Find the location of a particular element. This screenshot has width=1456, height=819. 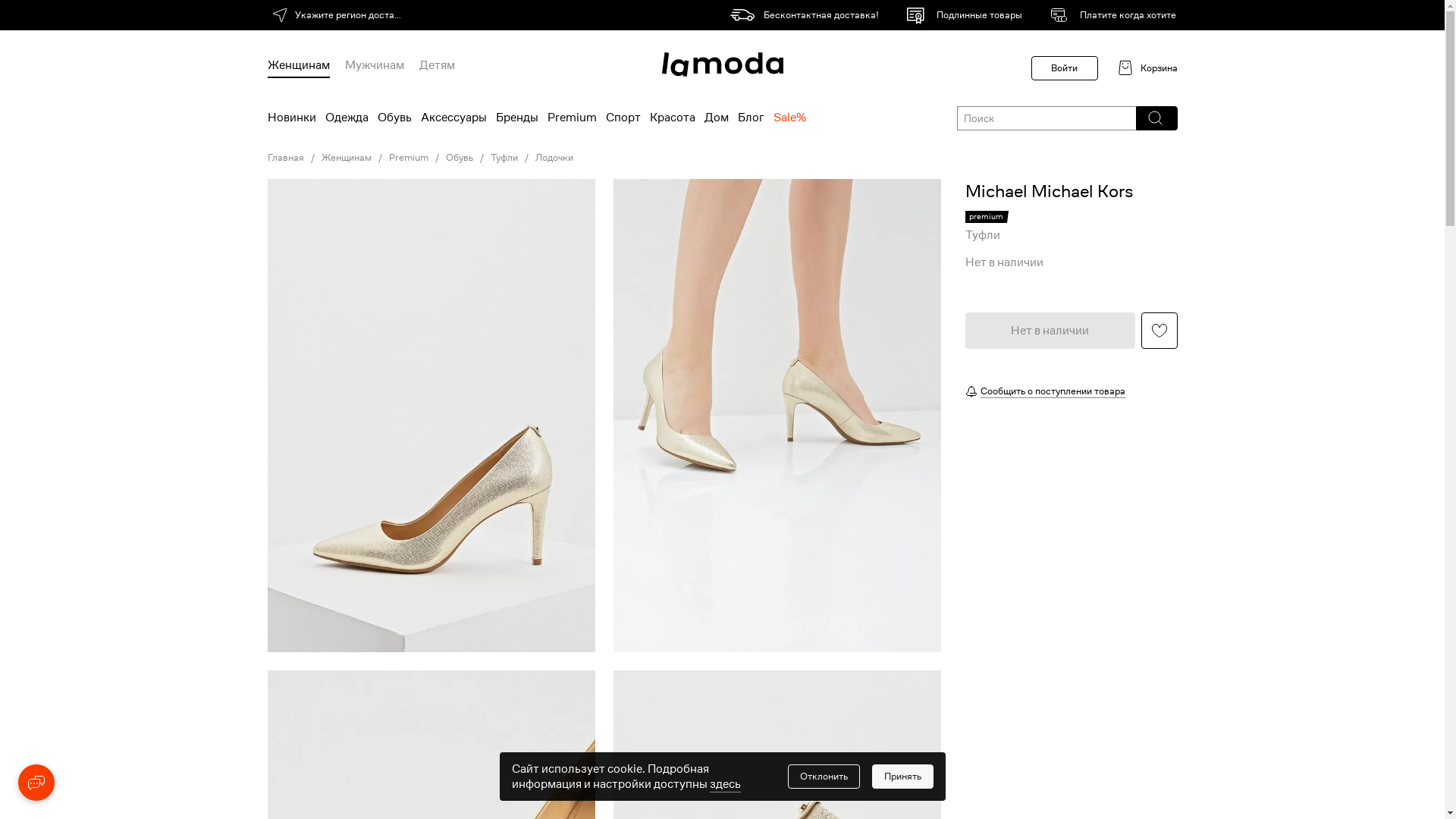

'Sale%' is located at coordinates (789, 116).